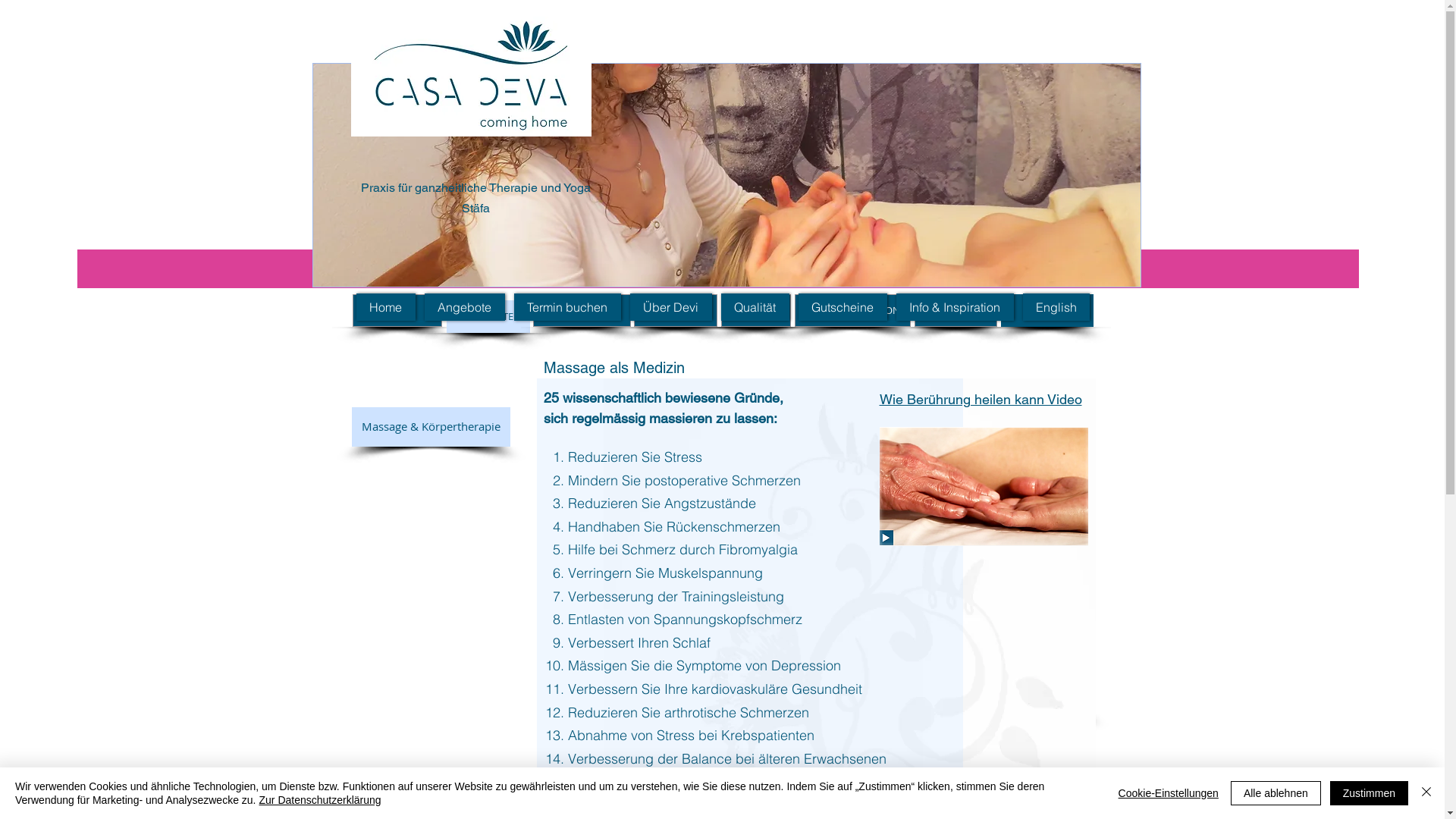  I want to click on 'English', so click(1022, 307).